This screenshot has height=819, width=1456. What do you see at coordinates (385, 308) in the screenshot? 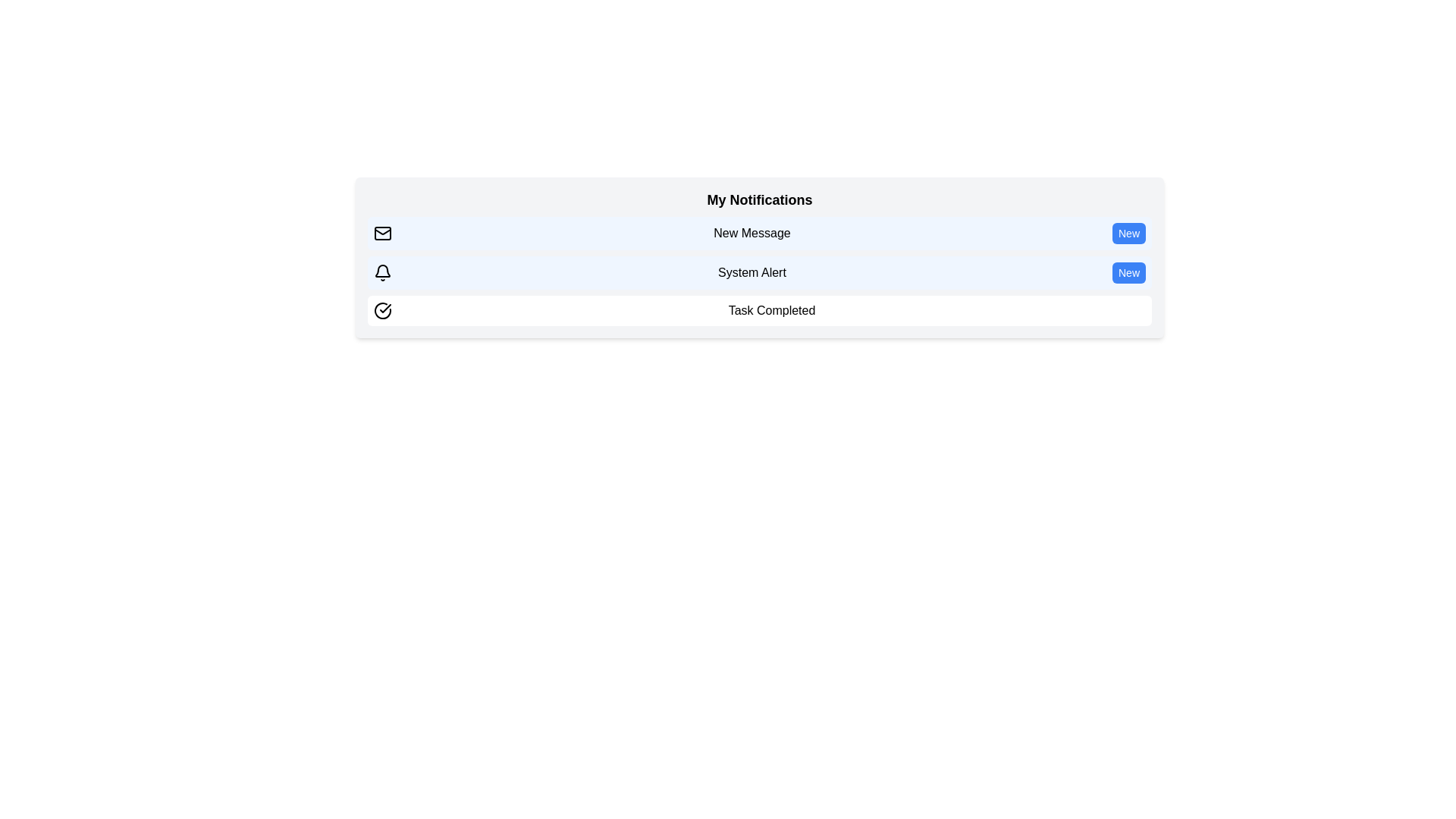
I see `the checkmark icon inside a circle, which indicates a completed task, located at the bottom of the notification list next to 'Task Completed.'` at bounding box center [385, 308].